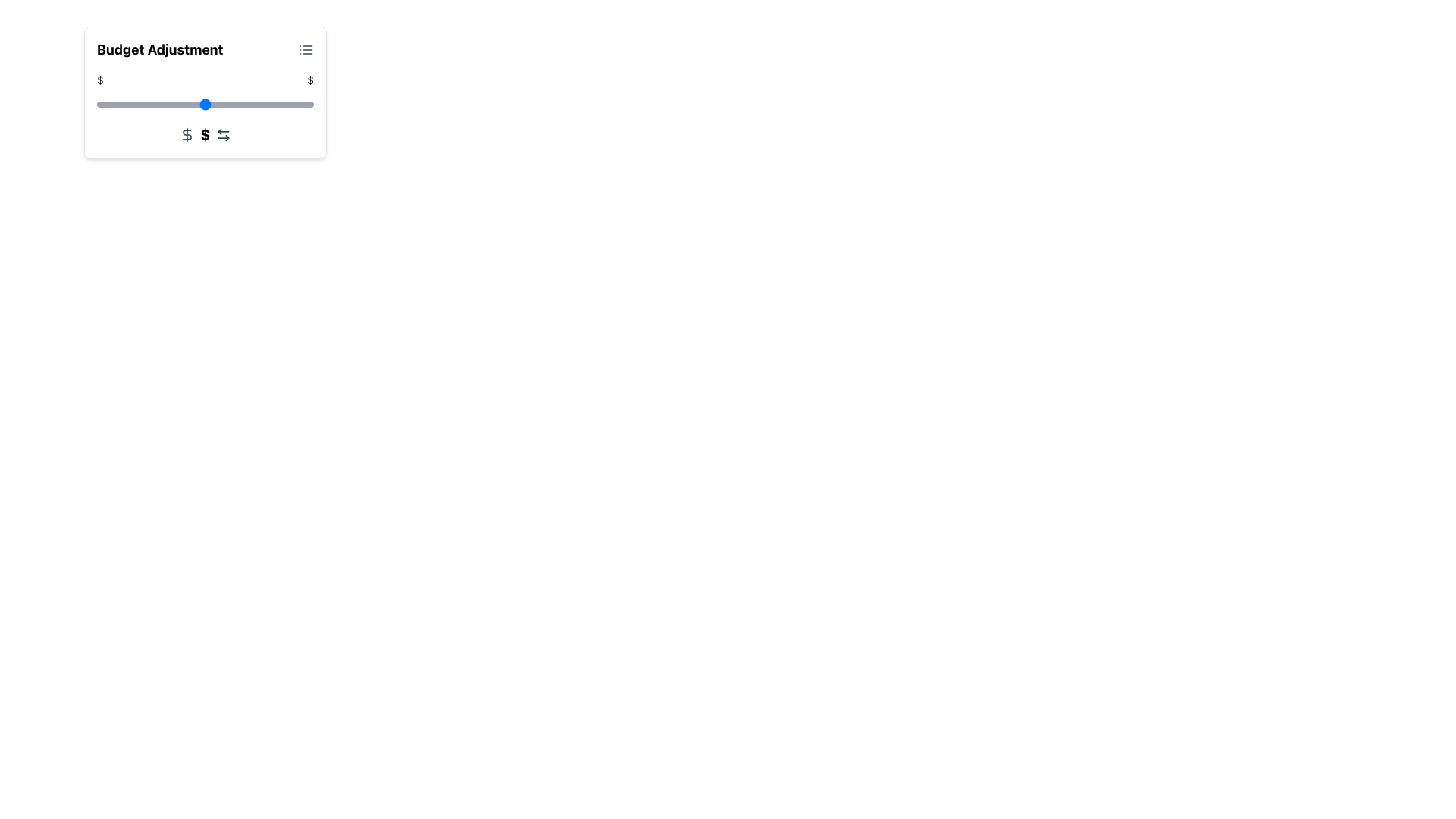 This screenshot has height=819, width=1456. I want to click on the budget adjustment slider, so click(235, 104).